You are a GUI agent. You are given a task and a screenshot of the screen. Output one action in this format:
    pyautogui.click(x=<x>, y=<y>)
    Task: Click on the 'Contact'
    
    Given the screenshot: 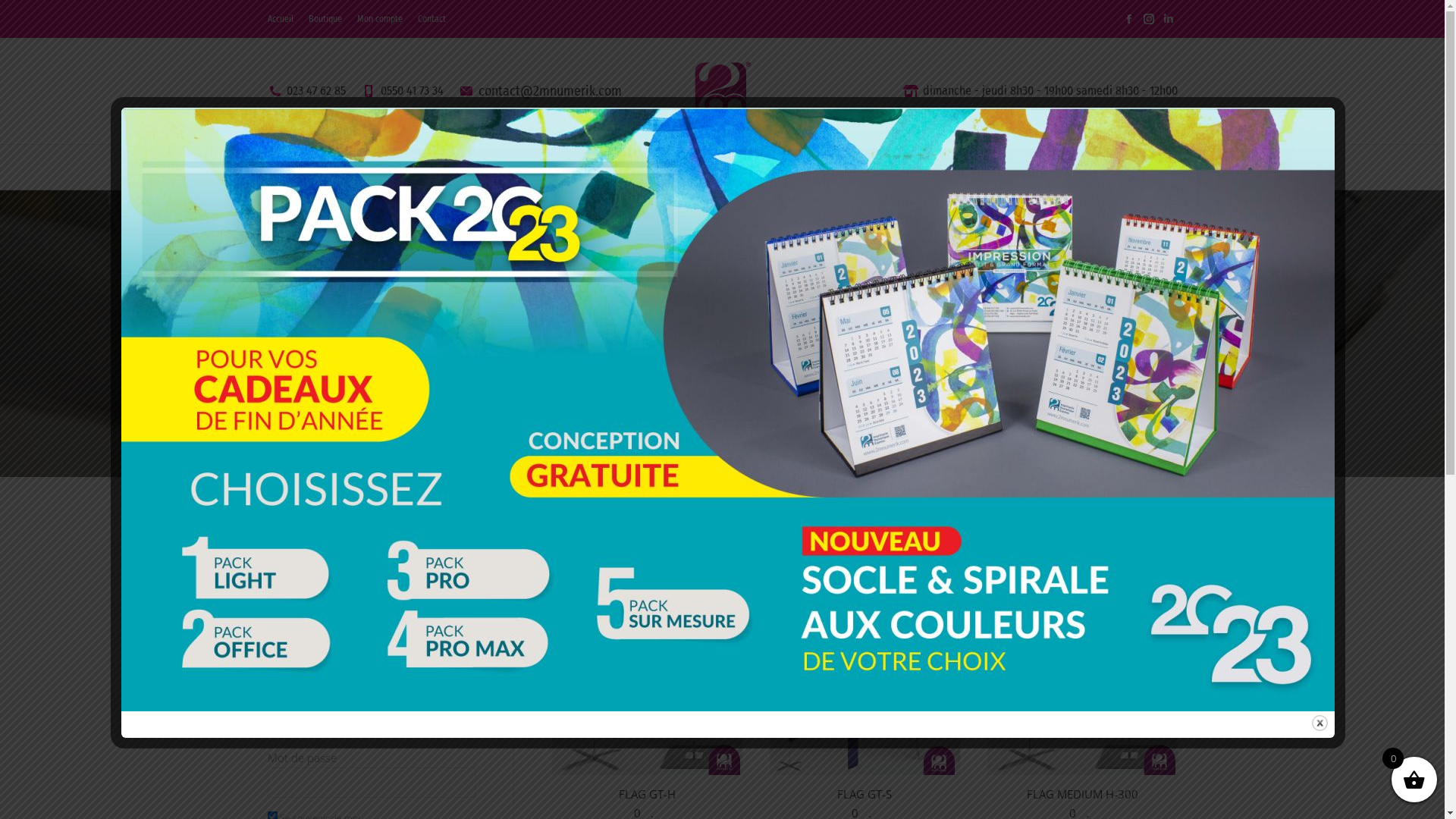 What is the action you would take?
    pyautogui.click(x=430, y=18)
    